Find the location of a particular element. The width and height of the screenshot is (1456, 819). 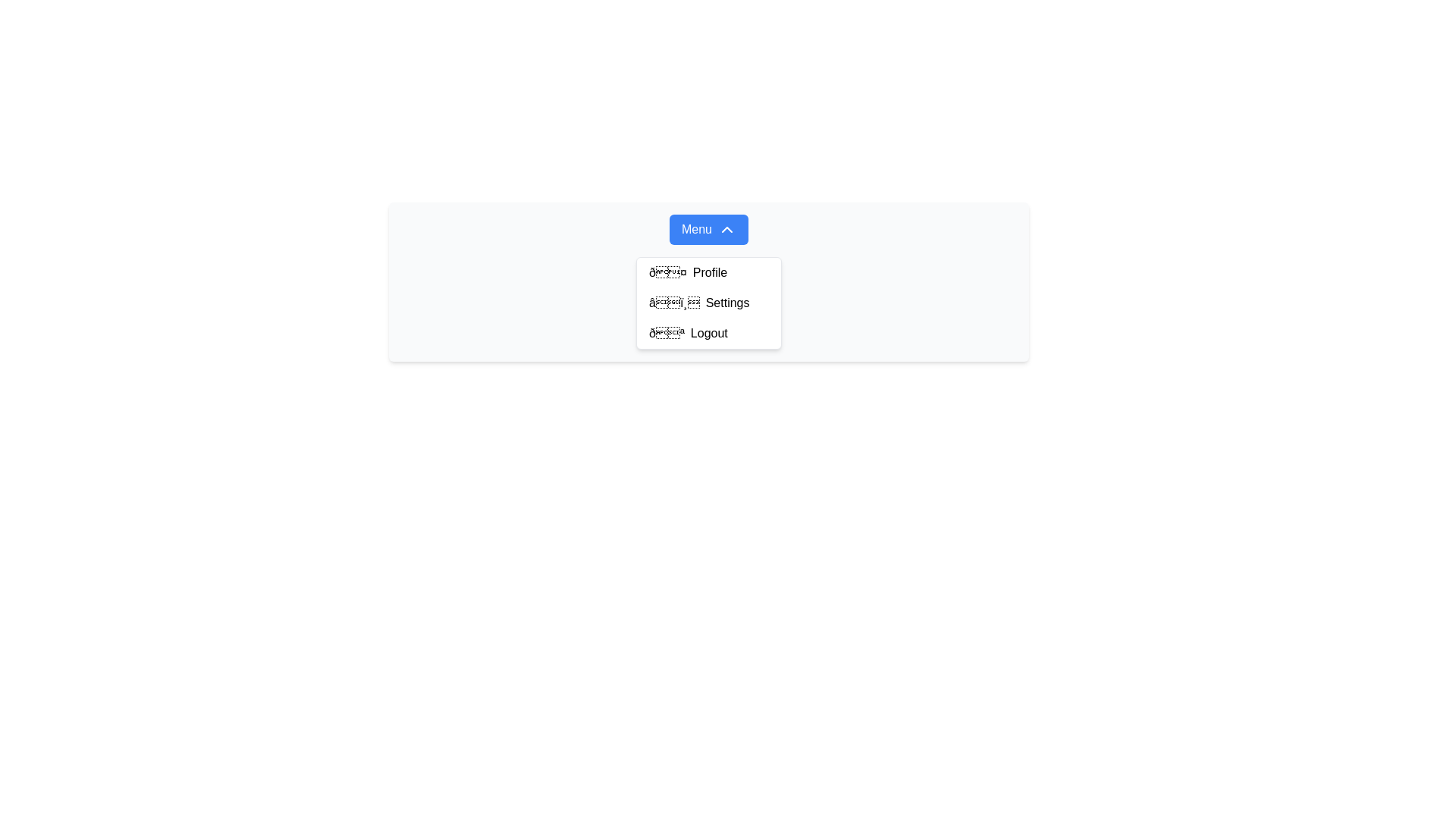

the 'Settings' menu item, which is the second option in a vertical menu list, located below 'Profile' and above 'Logout' is located at coordinates (708, 303).